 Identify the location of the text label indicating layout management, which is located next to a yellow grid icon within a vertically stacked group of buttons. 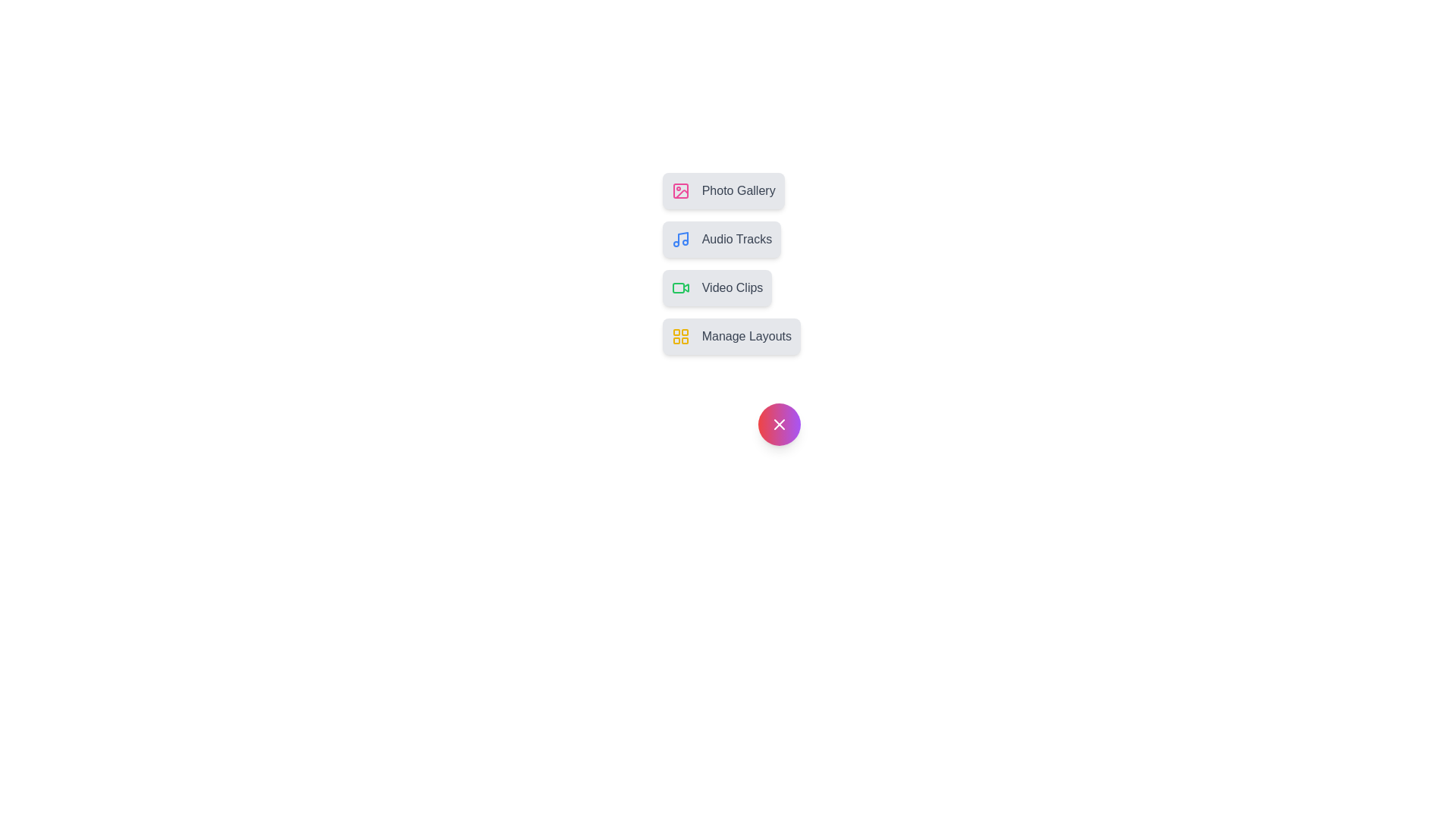
(746, 335).